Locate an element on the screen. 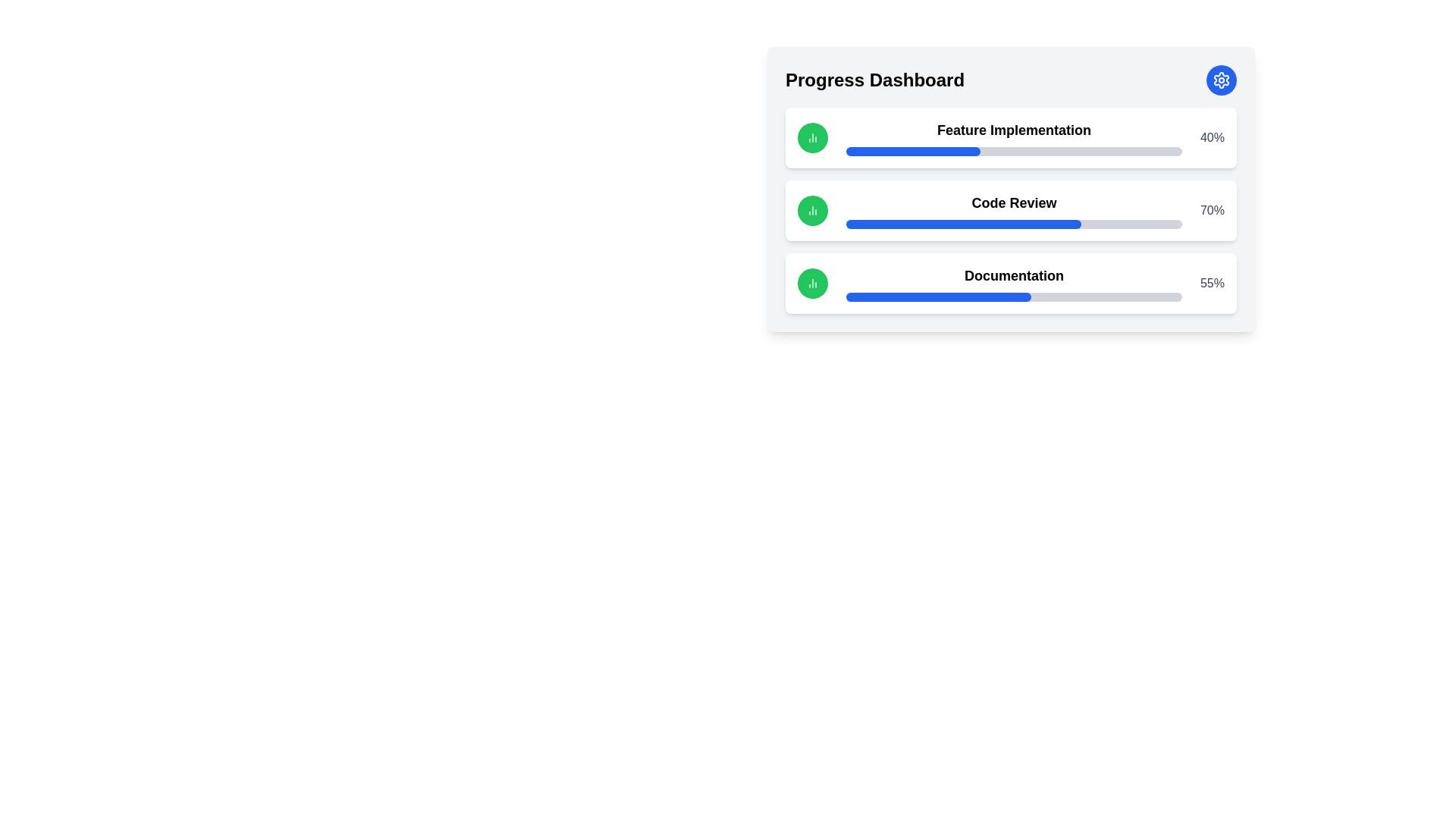  the settings button located in the upper-right corner of the 'Progress Dashboard' interface is located at coordinates (1222, 80).